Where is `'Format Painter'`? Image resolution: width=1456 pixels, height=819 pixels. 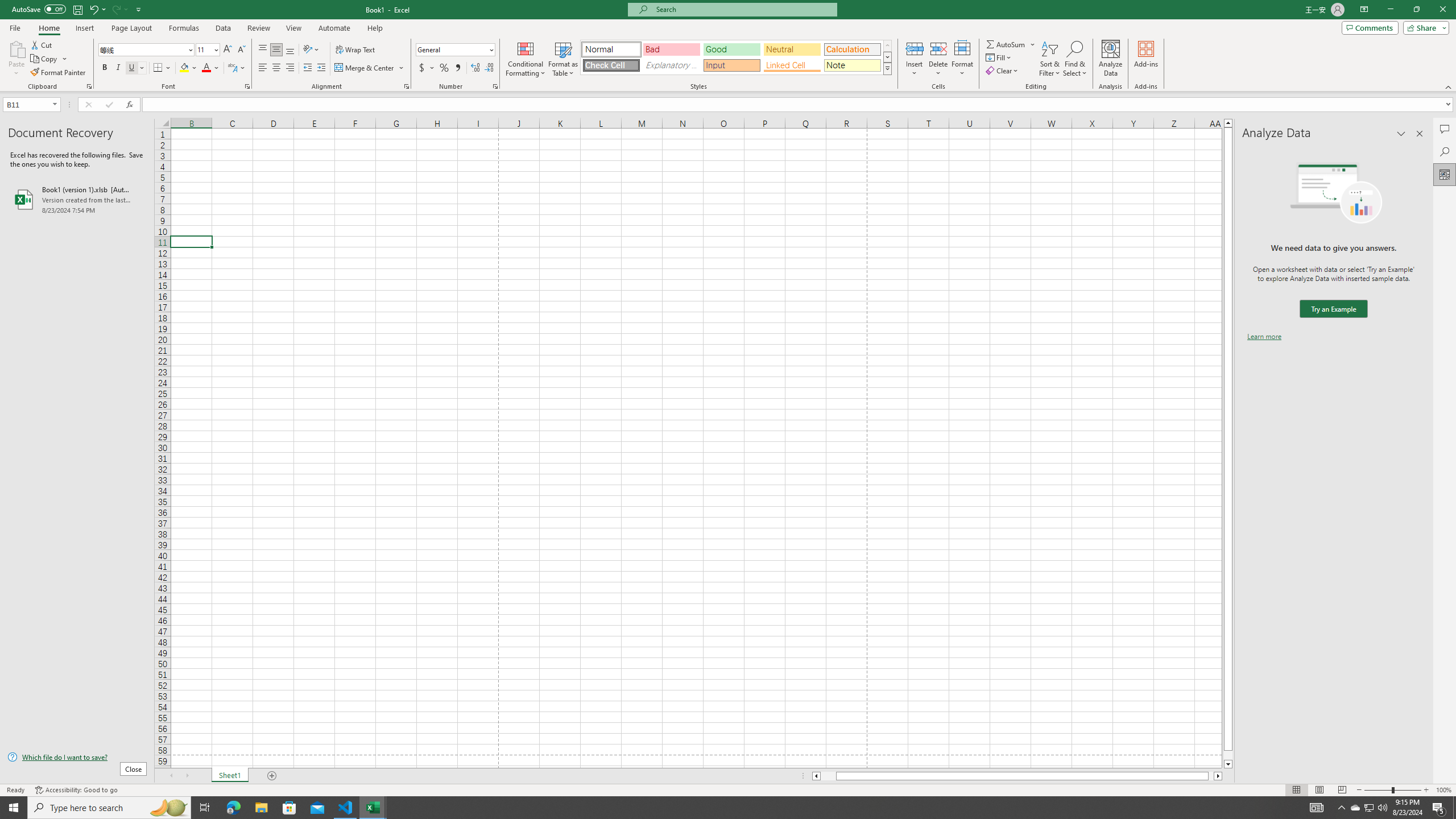
'Format Painter' is located at coordinates (58, 72).